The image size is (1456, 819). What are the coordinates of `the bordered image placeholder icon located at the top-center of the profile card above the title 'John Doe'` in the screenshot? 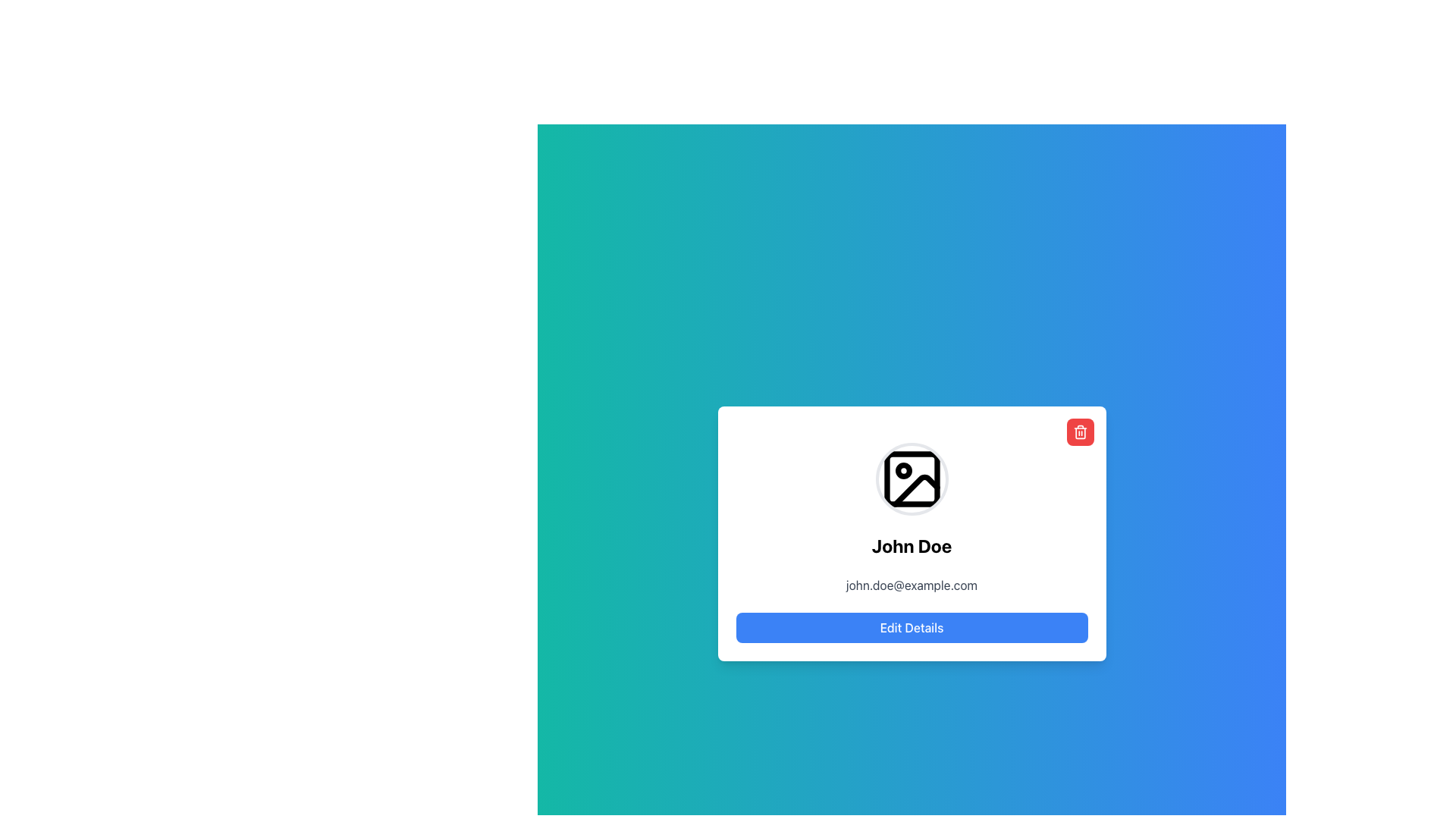 It's located at (911, 479).